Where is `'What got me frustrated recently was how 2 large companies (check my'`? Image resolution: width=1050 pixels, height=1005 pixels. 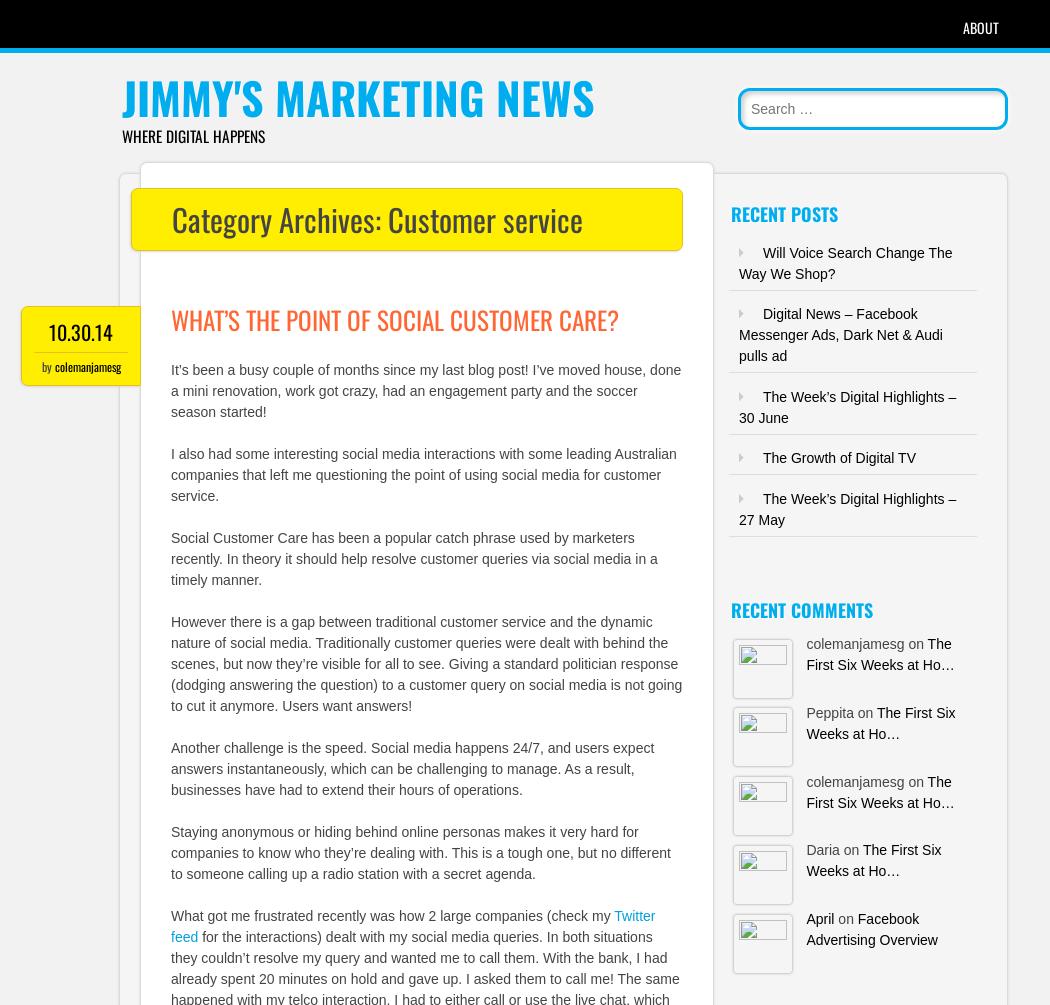 'What got me frustrated recently was how 2 large companies (check my' is located at coordinates (392, 913).